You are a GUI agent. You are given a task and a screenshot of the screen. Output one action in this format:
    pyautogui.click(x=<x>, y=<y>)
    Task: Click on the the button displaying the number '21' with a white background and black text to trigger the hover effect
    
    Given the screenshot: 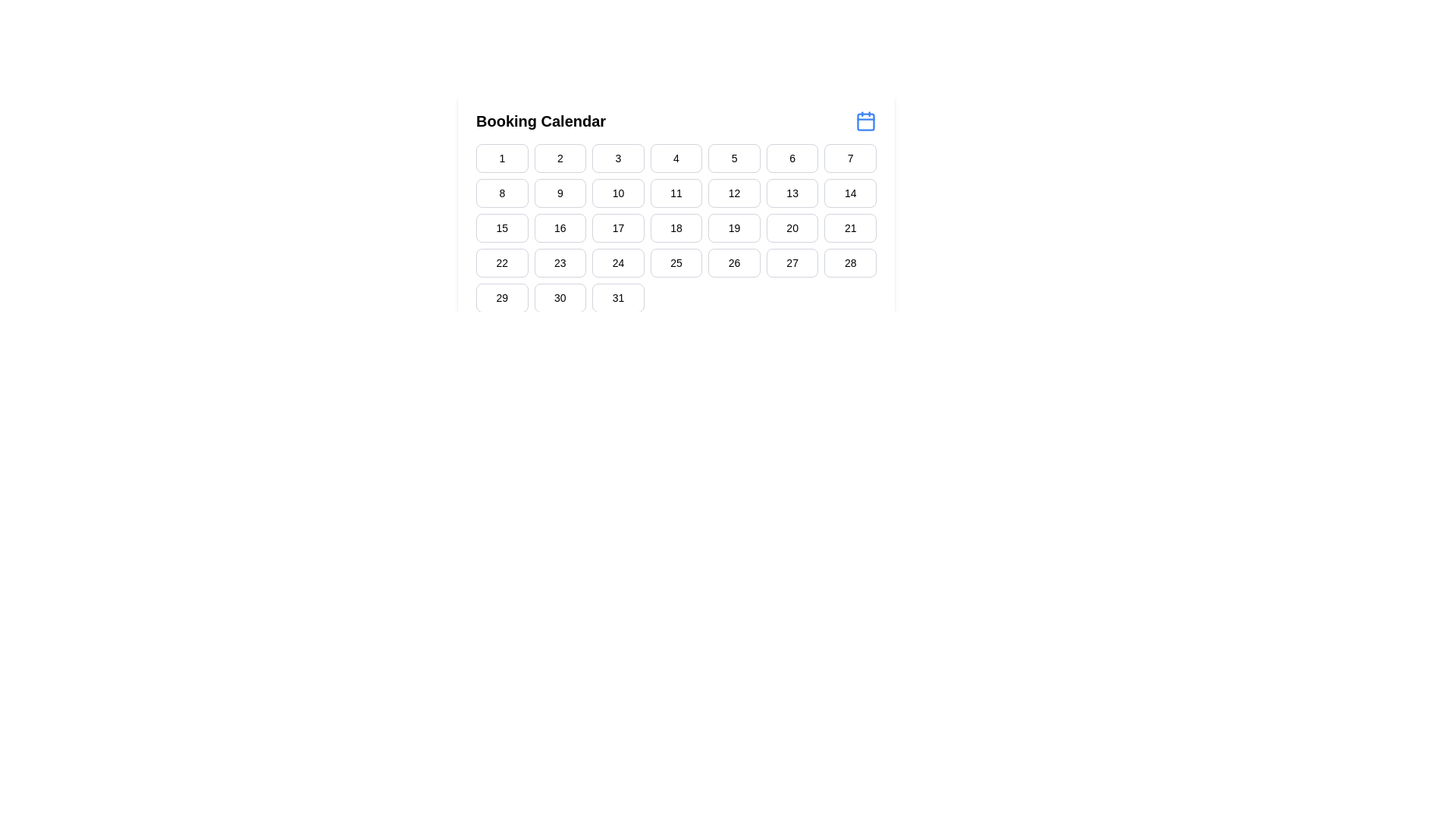 What is the action you would take?
    pyautogui.click(x=850, y=227)
    